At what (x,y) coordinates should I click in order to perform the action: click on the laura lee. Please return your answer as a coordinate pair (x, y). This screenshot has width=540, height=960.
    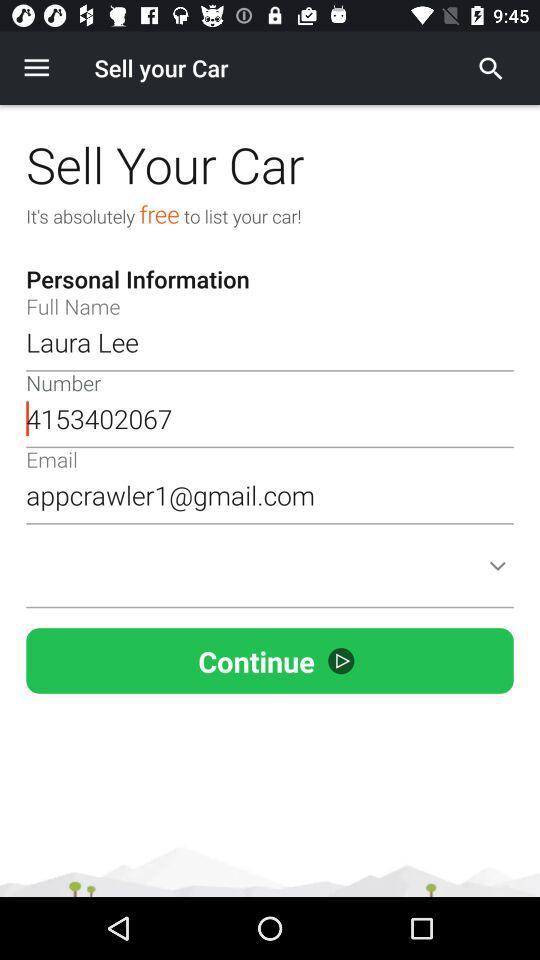
    Looking at the image, I should click on (270, 342).